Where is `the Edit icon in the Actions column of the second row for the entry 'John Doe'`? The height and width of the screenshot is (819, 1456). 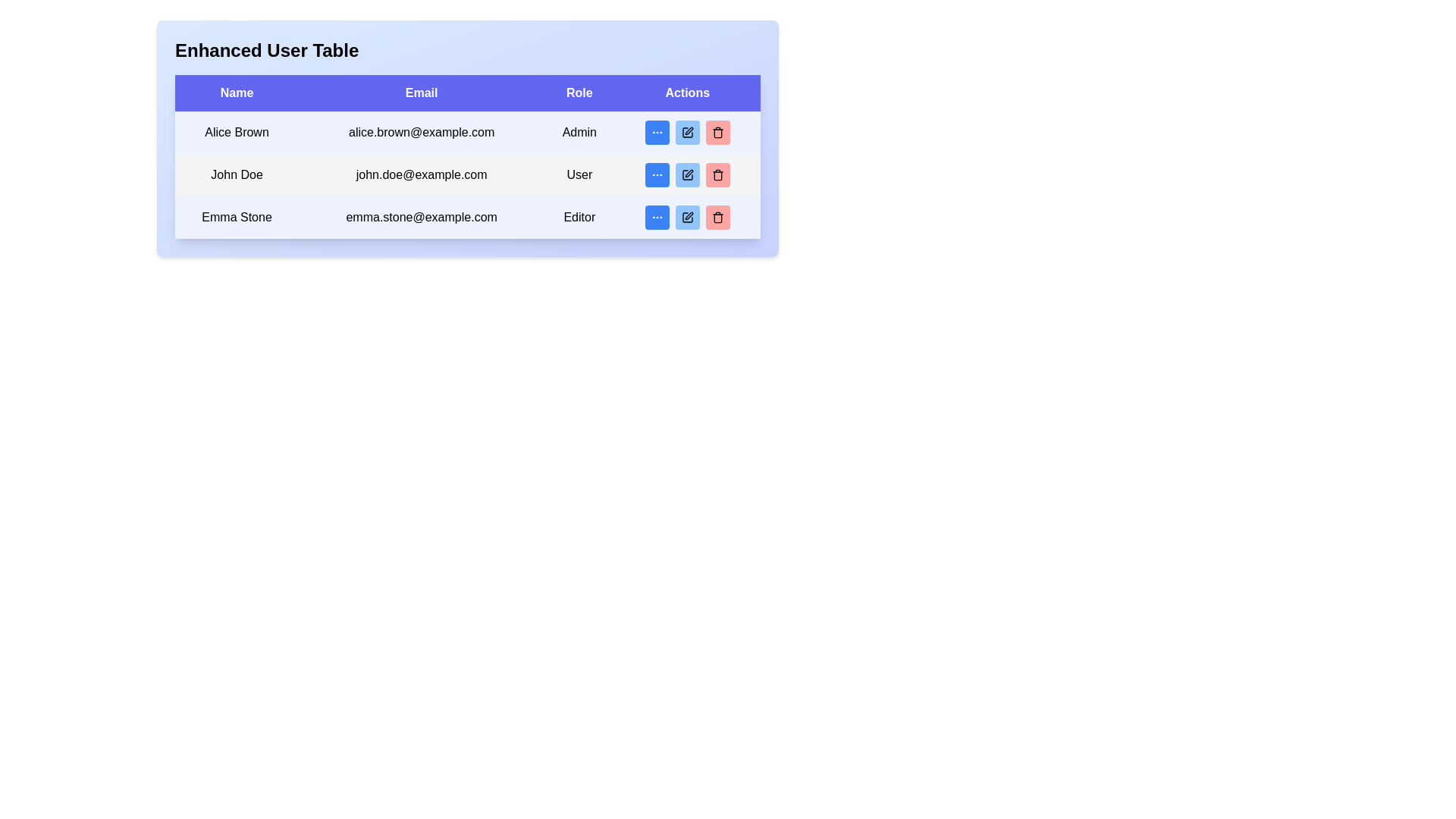
the Edit icon in the Actions column of the second row for the entry 'John Doe' is located at coordinates (686, 174).